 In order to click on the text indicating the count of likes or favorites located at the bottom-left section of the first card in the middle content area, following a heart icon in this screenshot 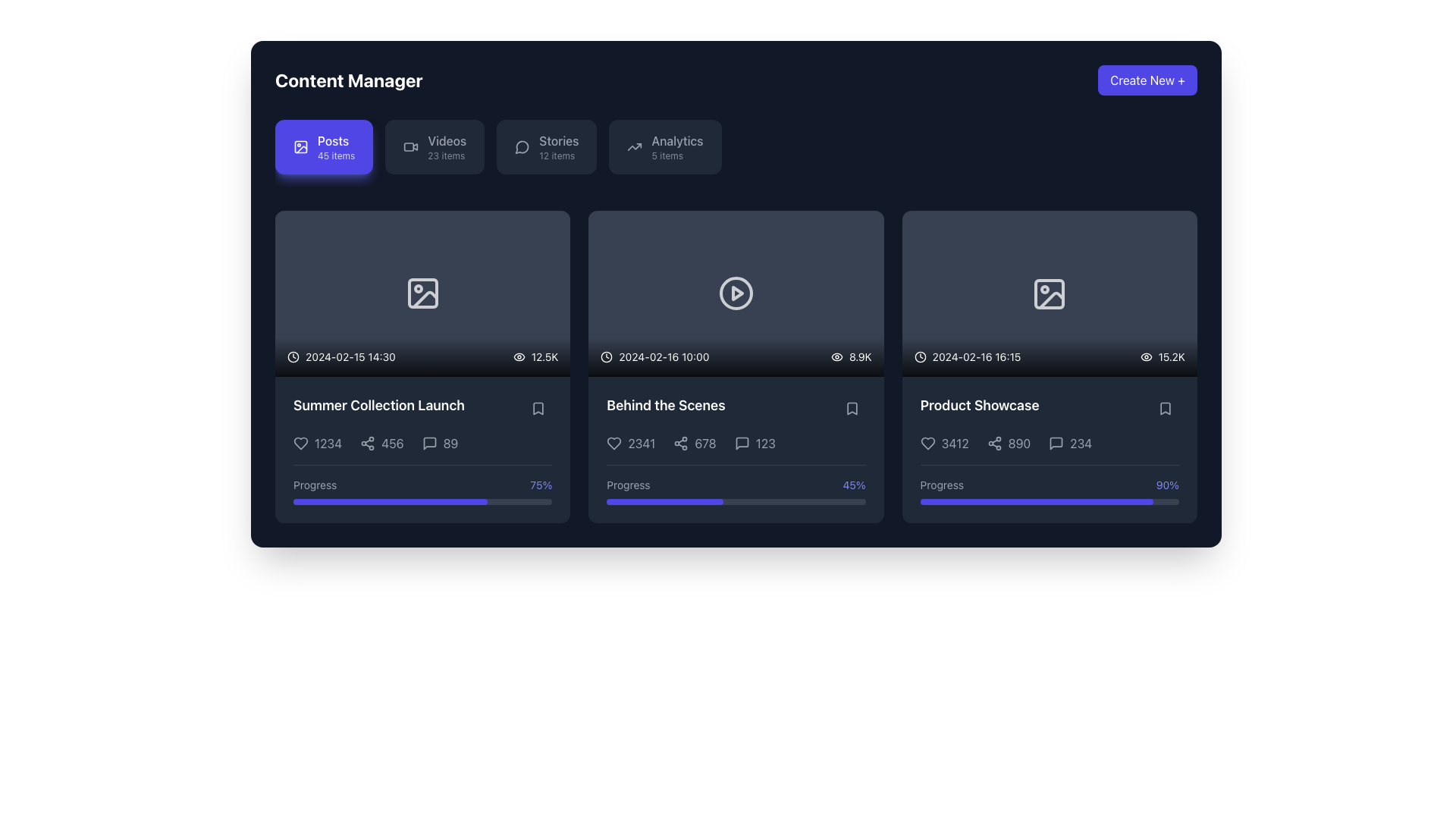, I will do `click(317, 443)`.